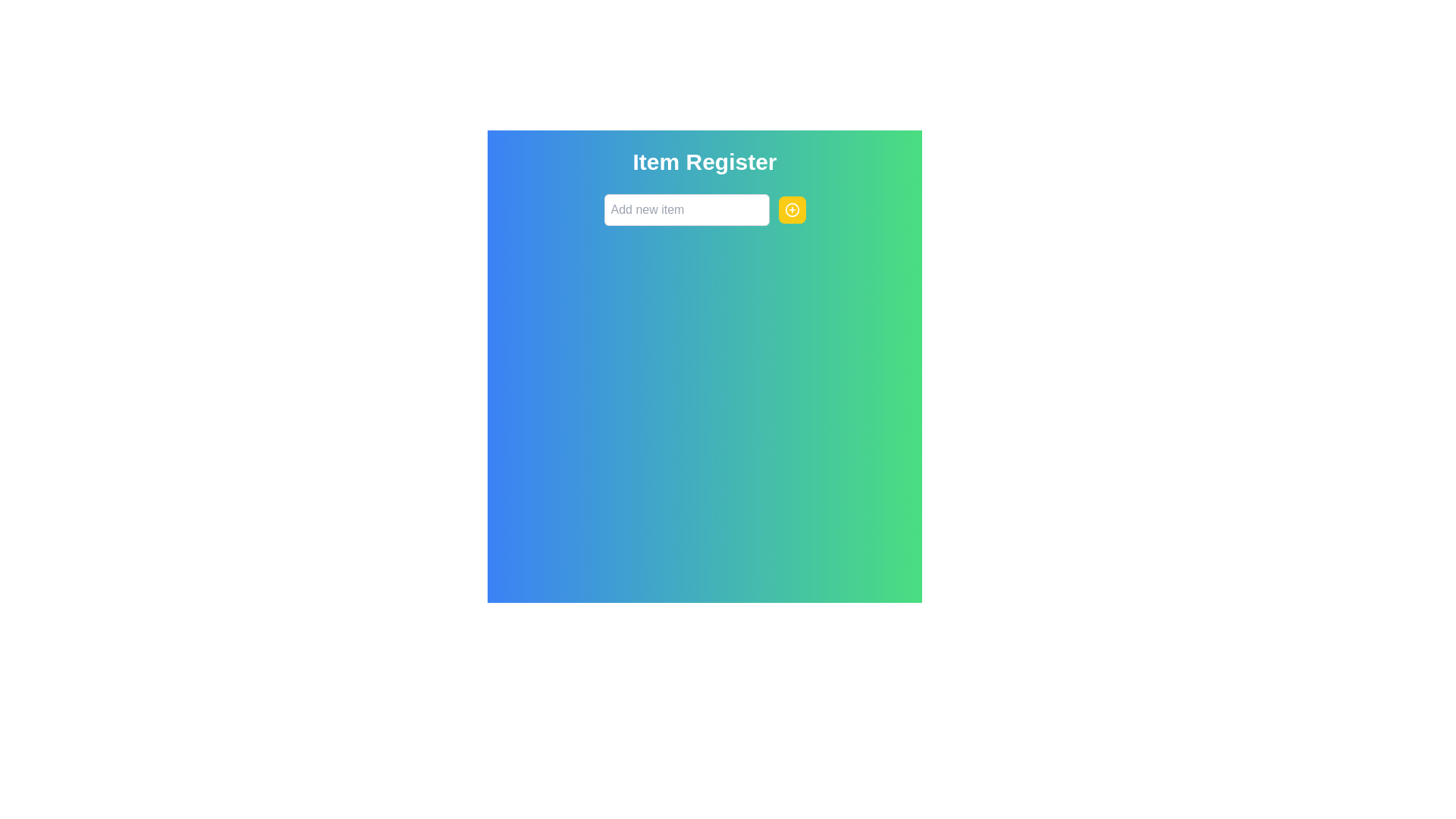 This screenshot has width=1456, height=819. What do you see at coordinates (791, 210) in the screenshot?
I see `the circular icon button with a plus sign, which is located beneath the 'Item Register' title` at bounding box center [791, 210].